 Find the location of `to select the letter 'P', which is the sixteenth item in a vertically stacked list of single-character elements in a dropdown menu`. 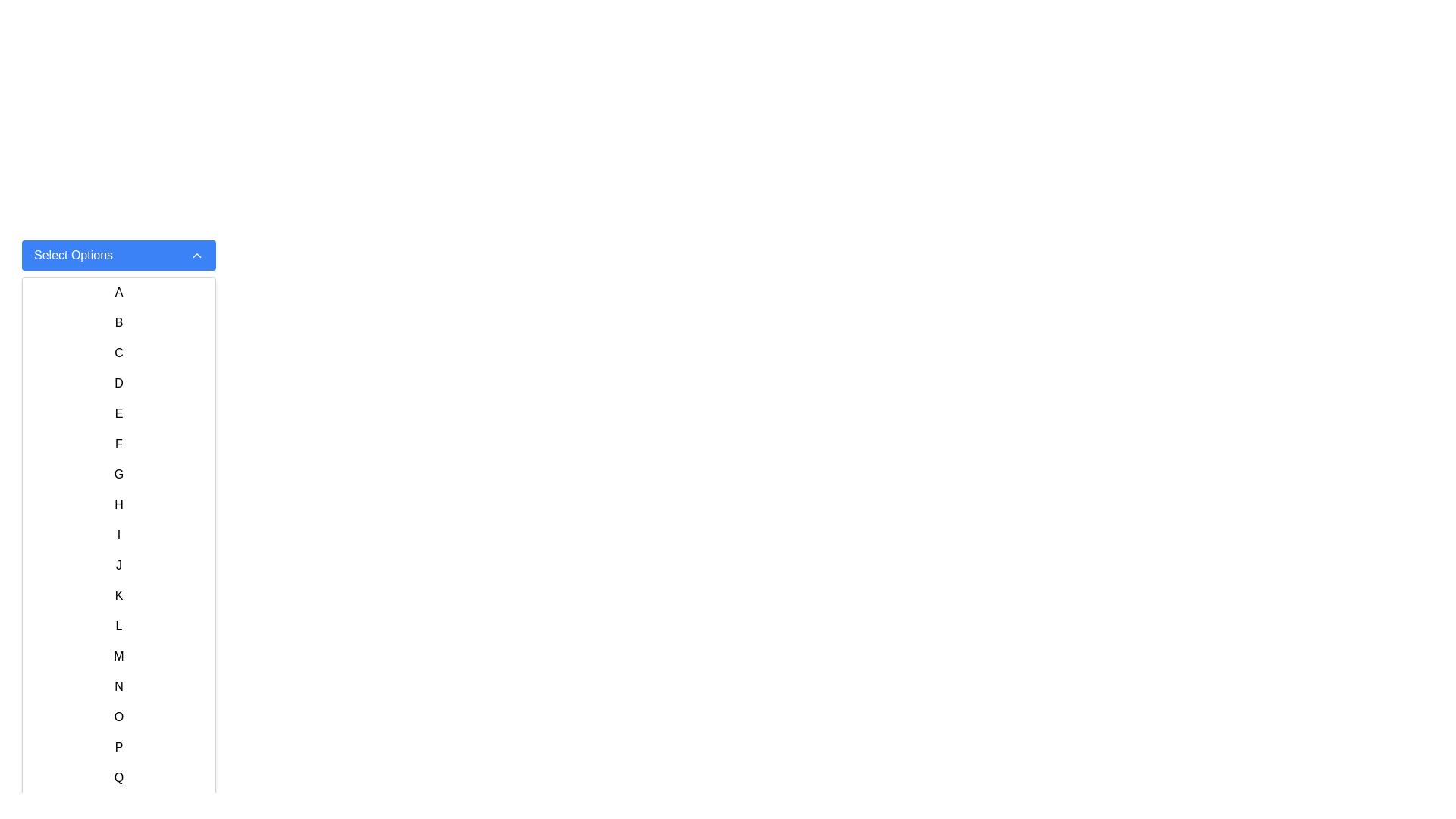

to select the letter 'P', which is the sixteenth item in a vertically stacked list of single-character elements in a dropdown menu is located at coordinates (118, 747).